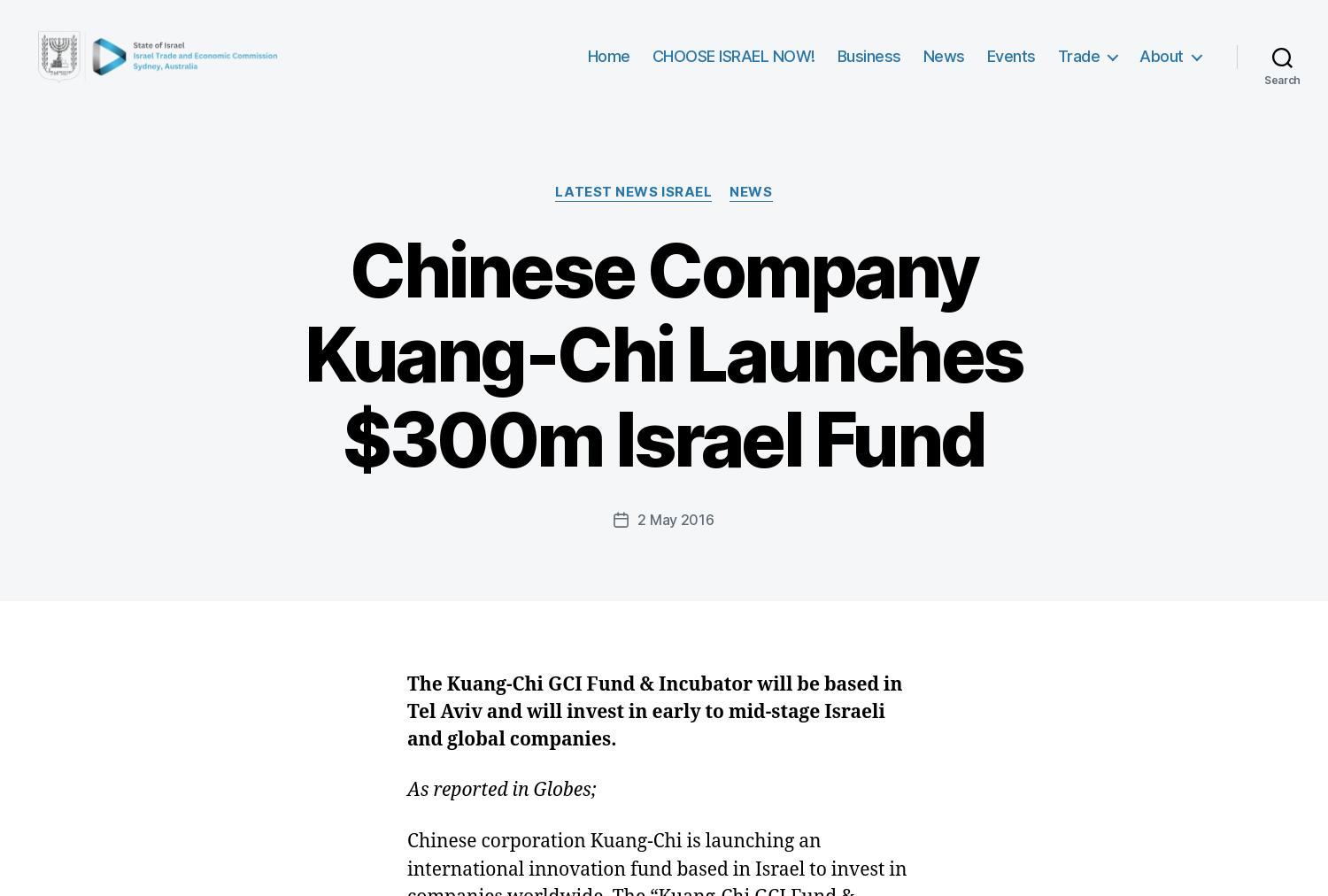 This screenshot has width=1328, height=896. What do you see at coordinates (472, 737) in the screenshot?
I see `'7 Oct 2011'` at bounding box center [472, 737].